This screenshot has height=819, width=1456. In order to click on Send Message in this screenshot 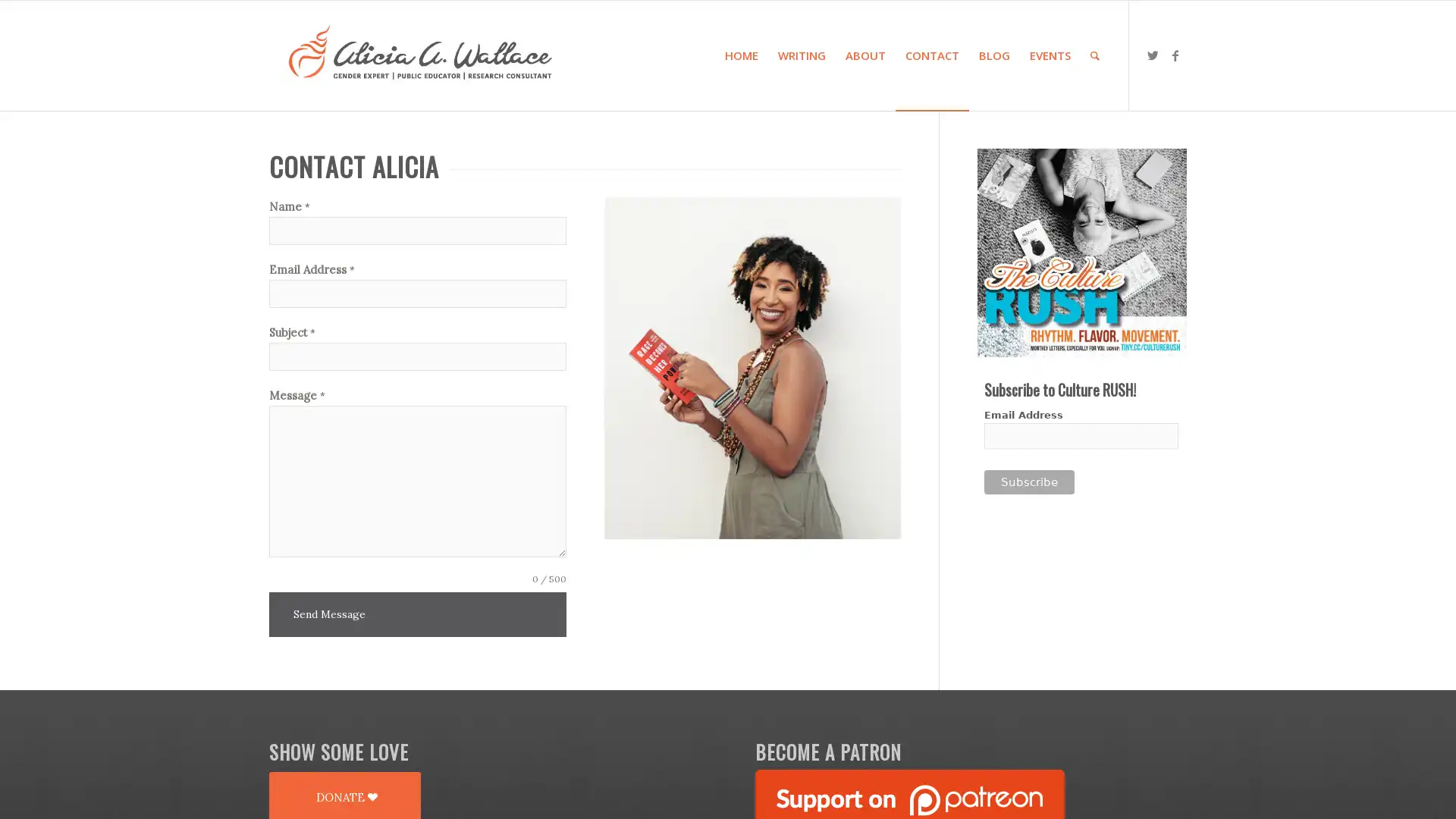, I will do `click(328, 614)`.